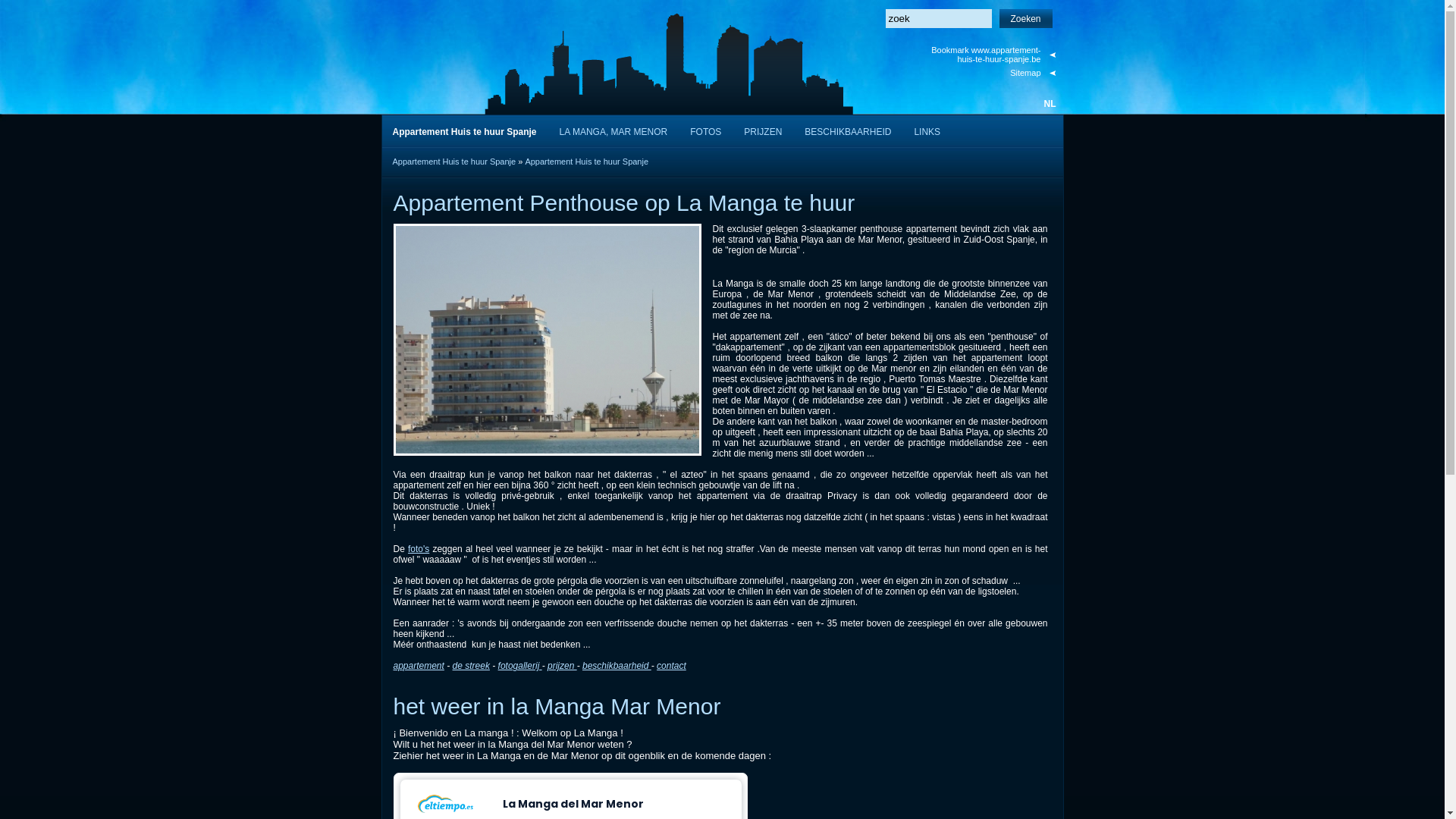 This screenshot has width=1456, height=819. What do you see at coordinates (992, 54) in the screenshot?
I see `'Bookmark www.appartement-huis-te-huur-spanje.be'` at bounding box center [992, 54].